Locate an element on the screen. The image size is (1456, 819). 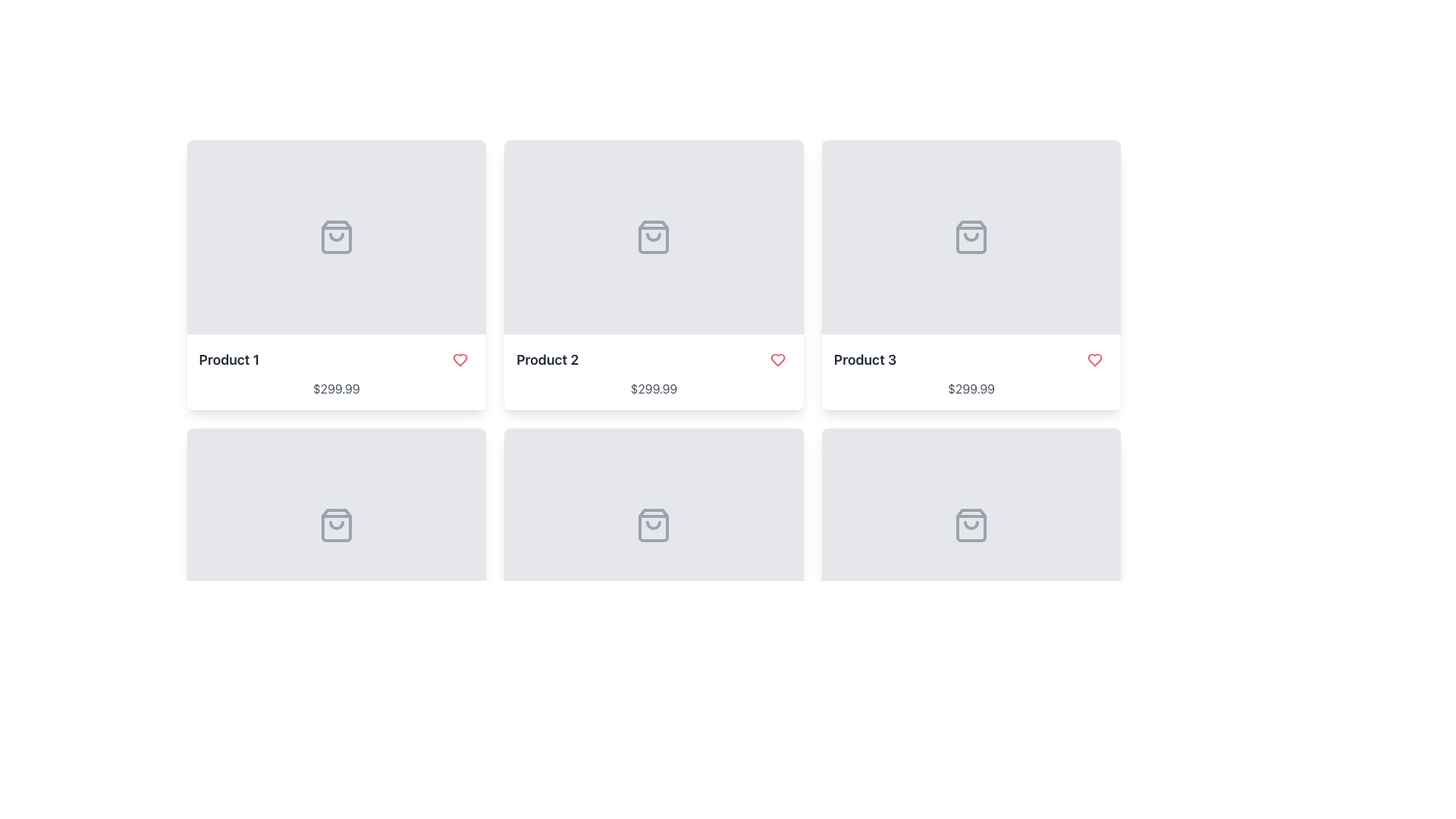
the heart icon button is located at coordinates (1095, 359).